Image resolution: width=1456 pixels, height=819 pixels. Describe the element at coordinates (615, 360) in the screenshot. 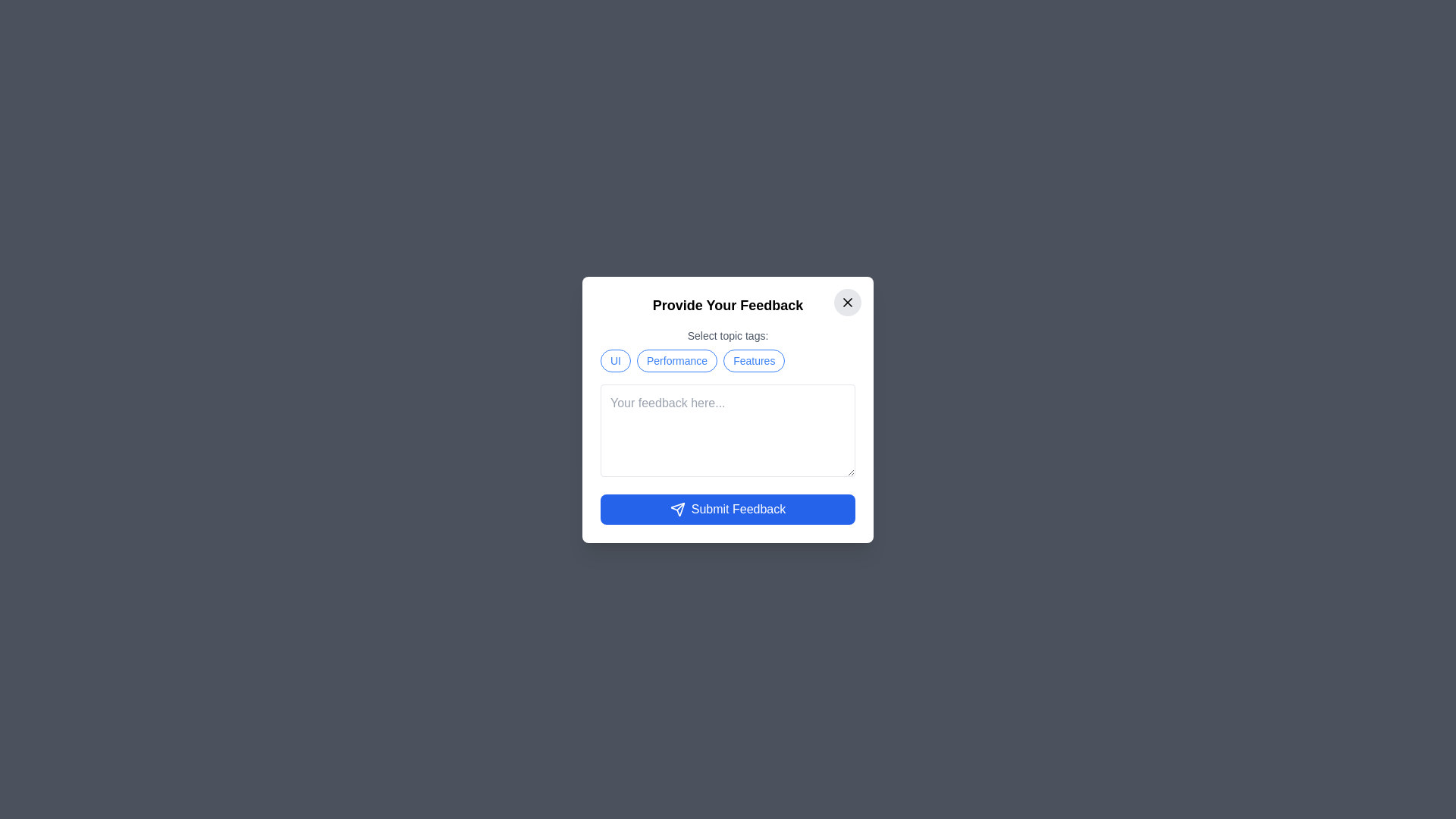

I see `the feedback tag labeled UI` at that location.